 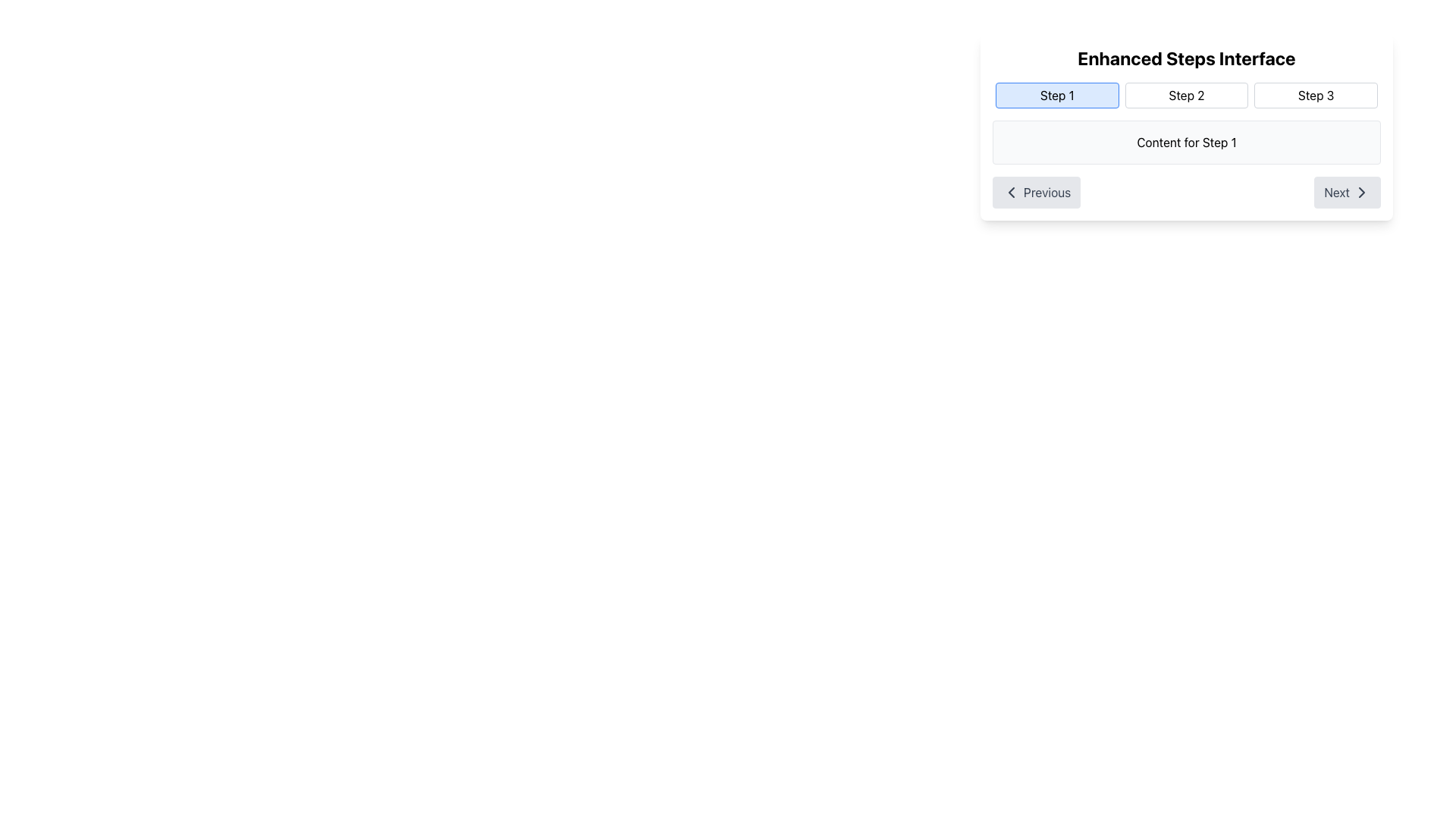 What do you see at coordinates (1185, 96) in the screenshot?
I see `the second step indicator button labeled 'Step 2'` at bounding box center [1185, 96].